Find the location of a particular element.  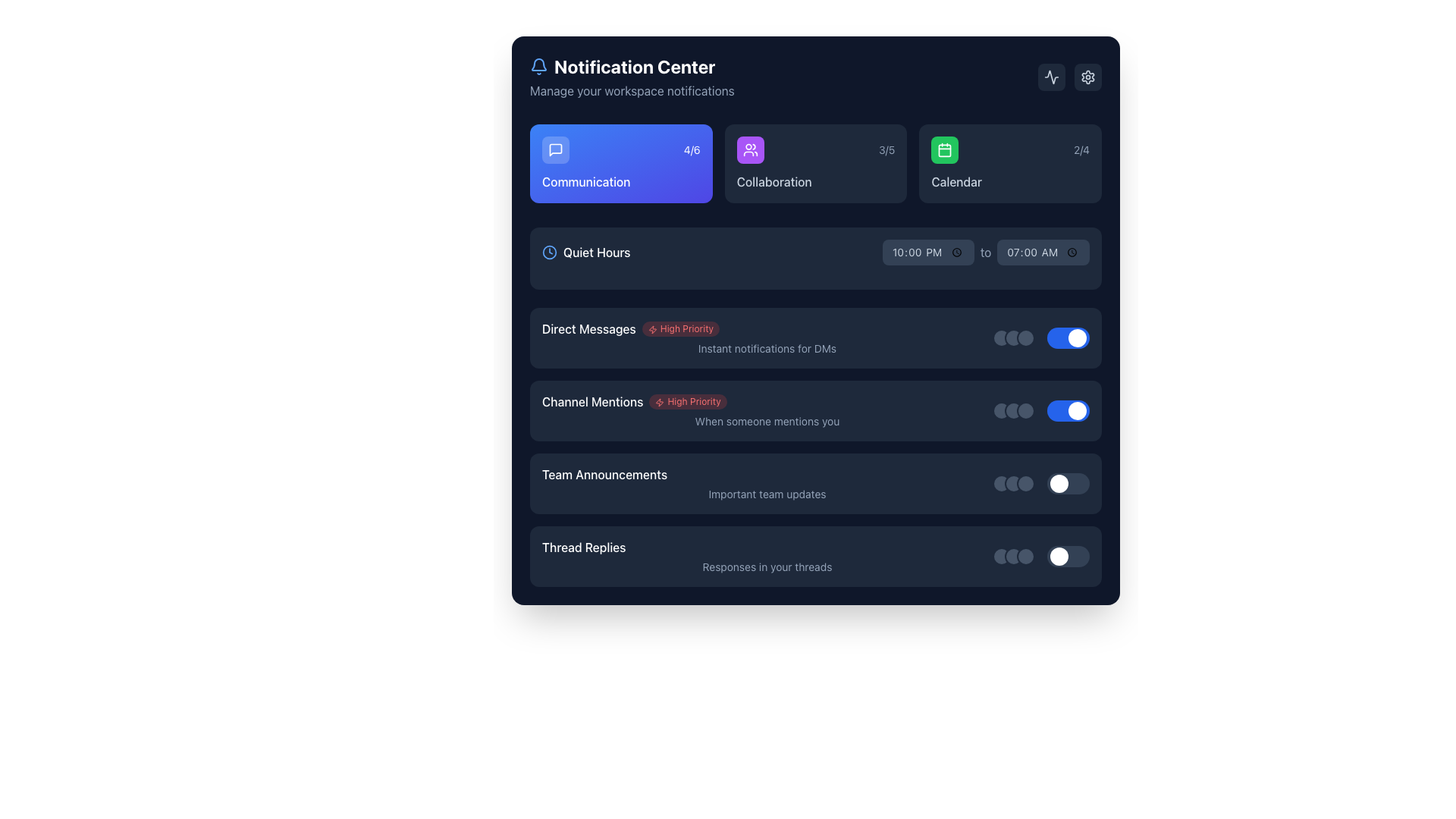

the gear icon located at the top-right corner of the interface is located at coordinates (1087, 77).